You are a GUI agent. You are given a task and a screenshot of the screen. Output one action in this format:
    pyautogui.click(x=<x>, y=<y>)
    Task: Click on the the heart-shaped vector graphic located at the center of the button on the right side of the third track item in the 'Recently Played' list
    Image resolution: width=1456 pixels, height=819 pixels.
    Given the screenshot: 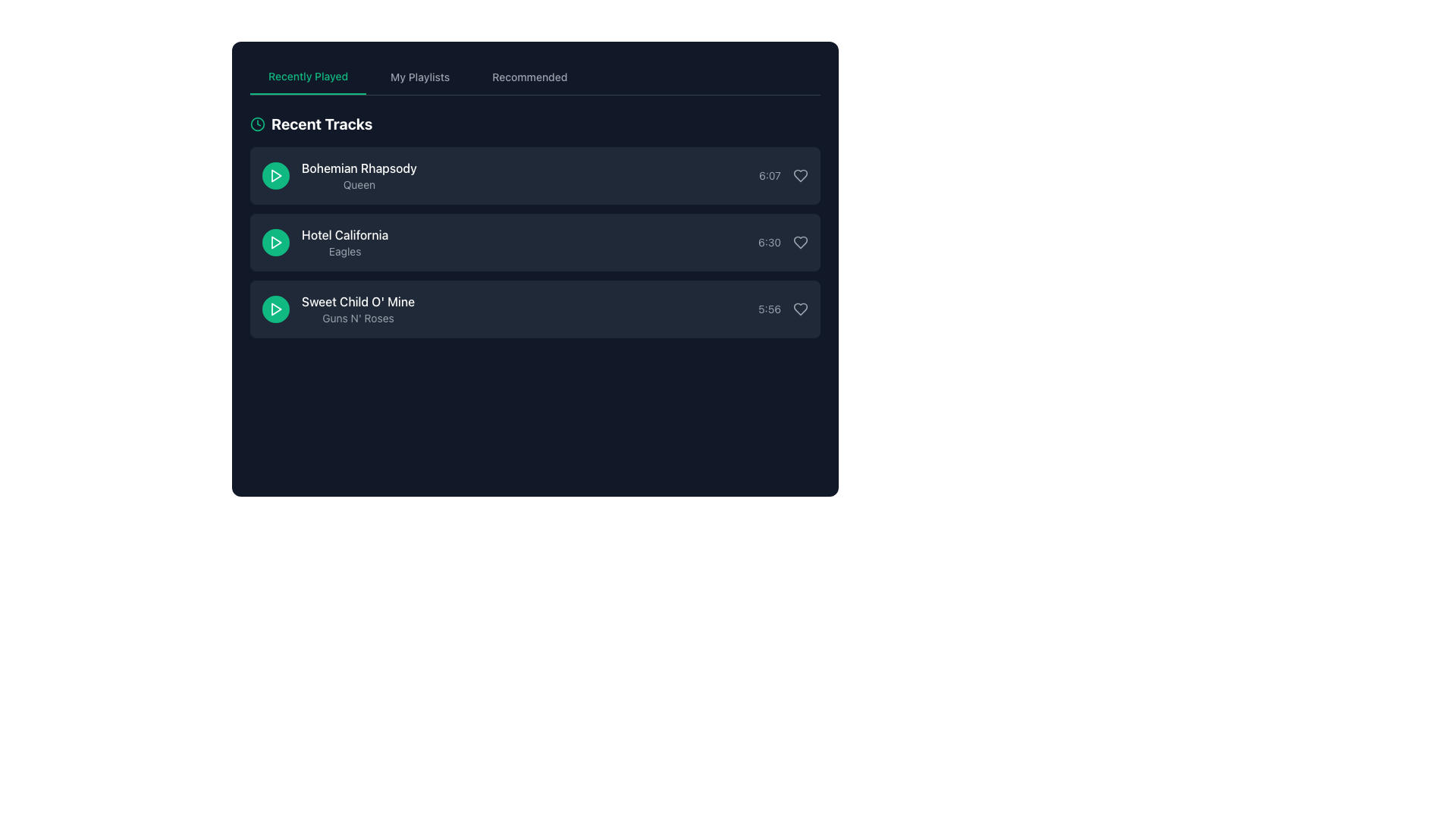 What is the action you would take?
    pyautogui.click(x=800, y=309)
    